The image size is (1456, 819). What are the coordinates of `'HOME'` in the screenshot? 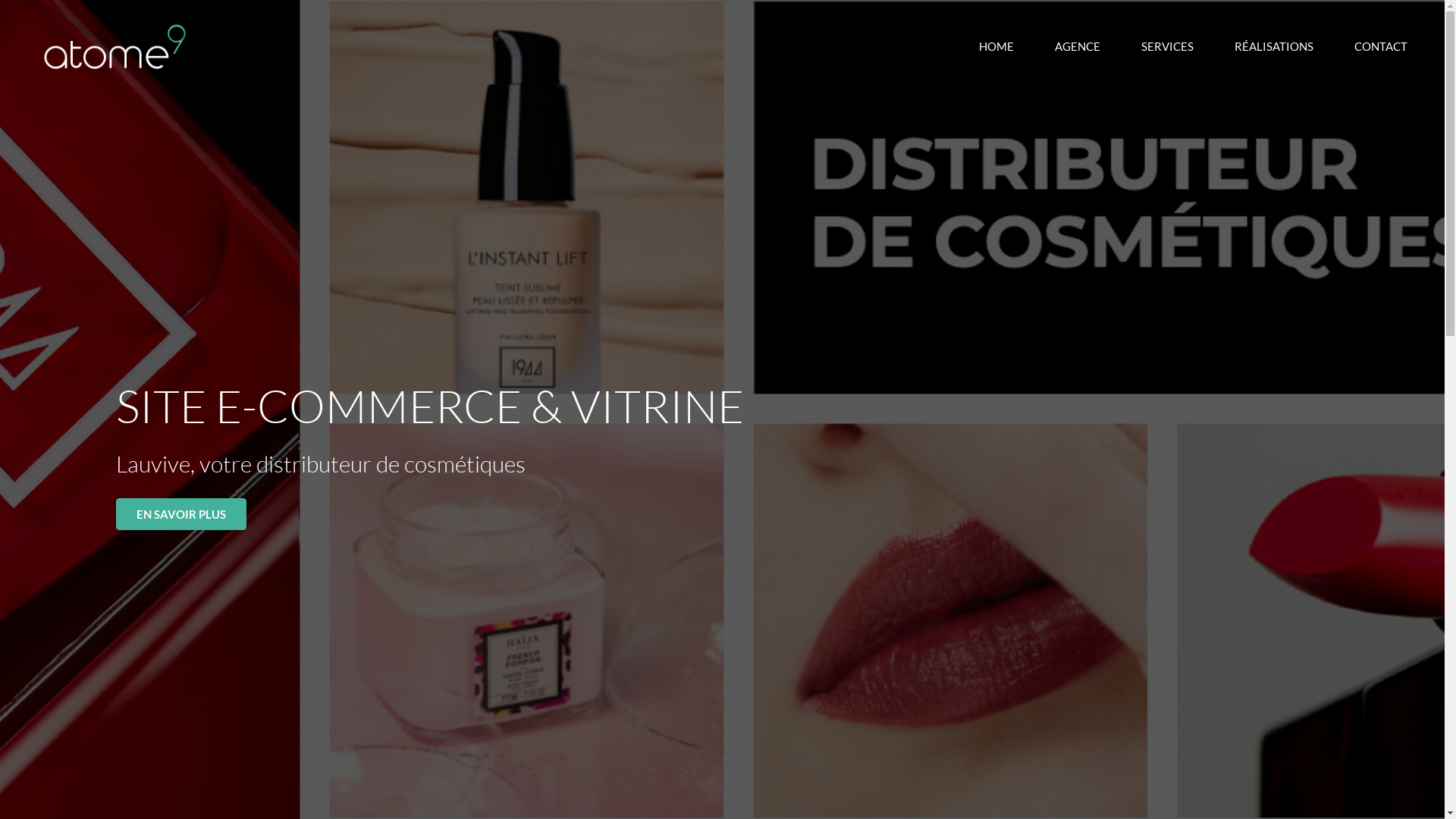 It's located at (996, 45).